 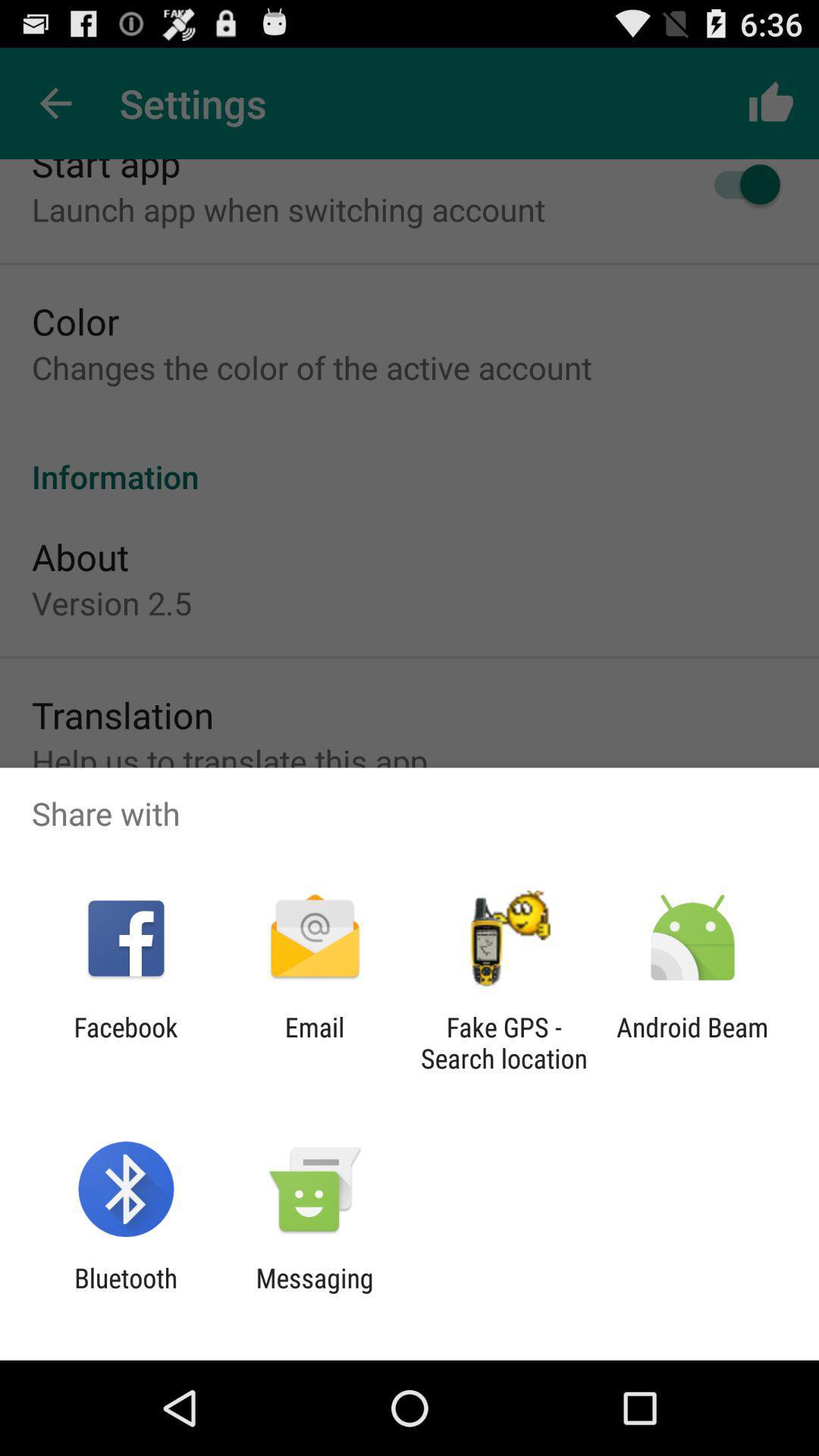 I want to click on the android beam icon, so click(x=692, y=1042).